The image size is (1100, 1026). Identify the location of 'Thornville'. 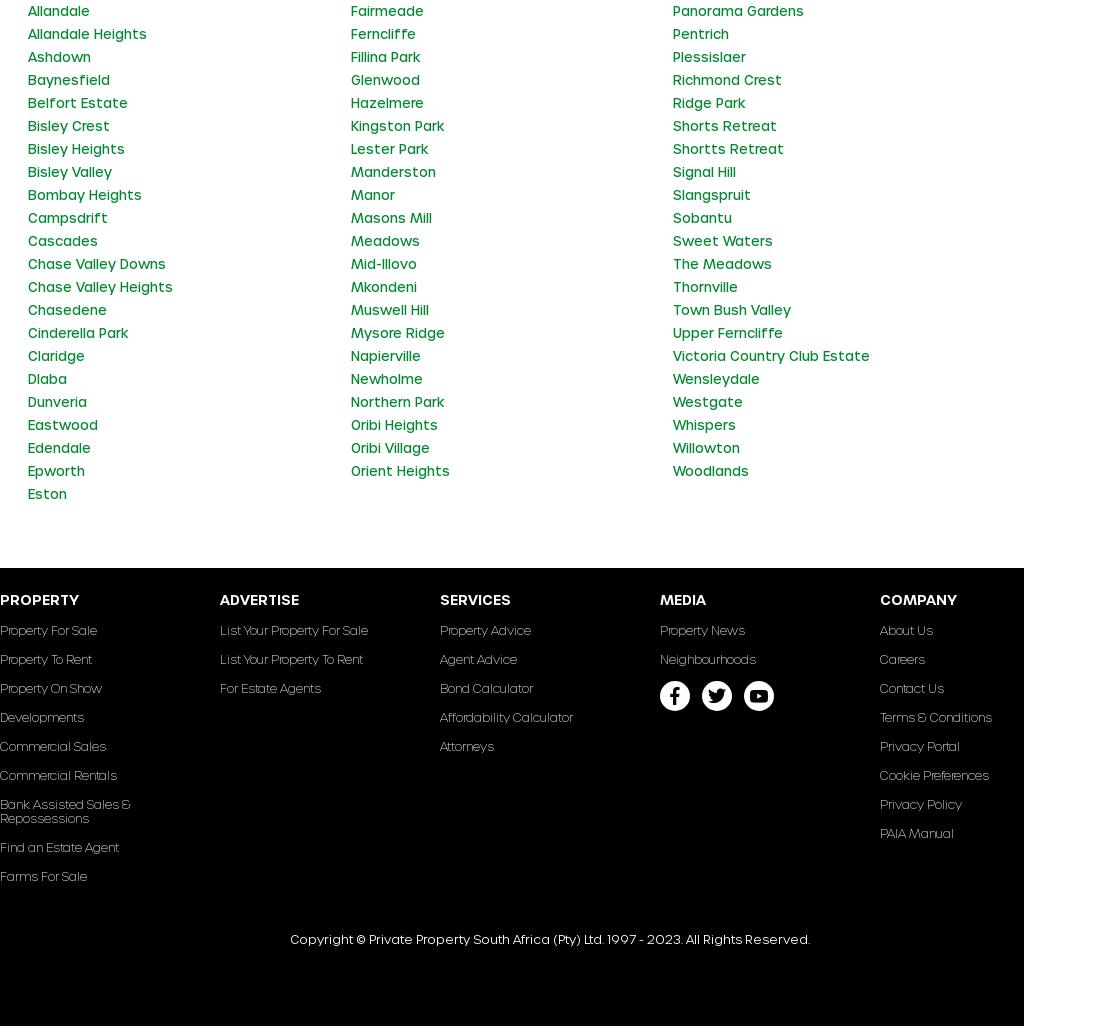
(672, 284).